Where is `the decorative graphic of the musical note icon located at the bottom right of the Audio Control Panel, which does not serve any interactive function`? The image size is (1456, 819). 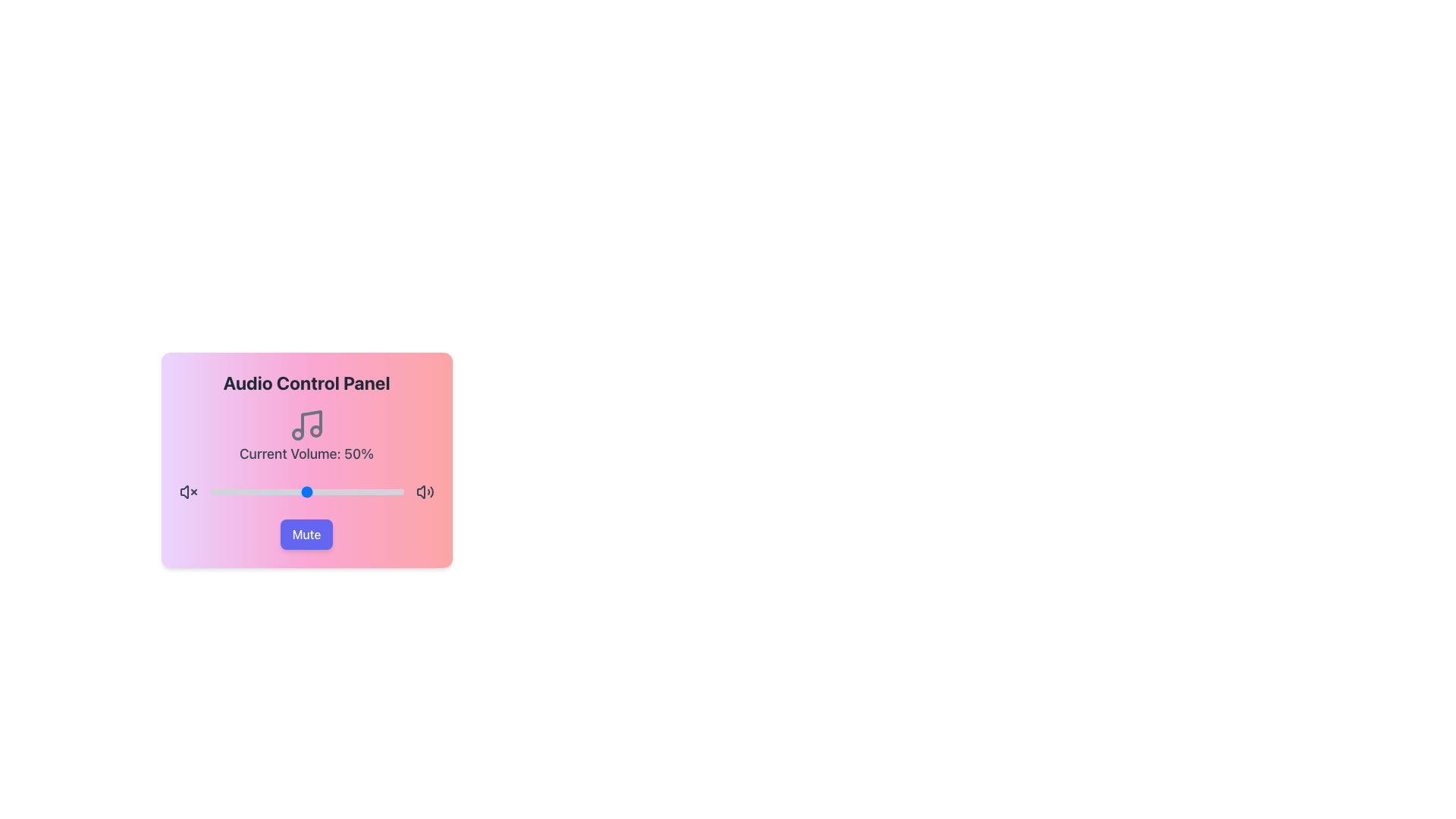 the decorative graphic of the musical note icon located at the bottom right of the Audio Control Panel, which does not serve any interactive function is located at coordinates (315, 431).